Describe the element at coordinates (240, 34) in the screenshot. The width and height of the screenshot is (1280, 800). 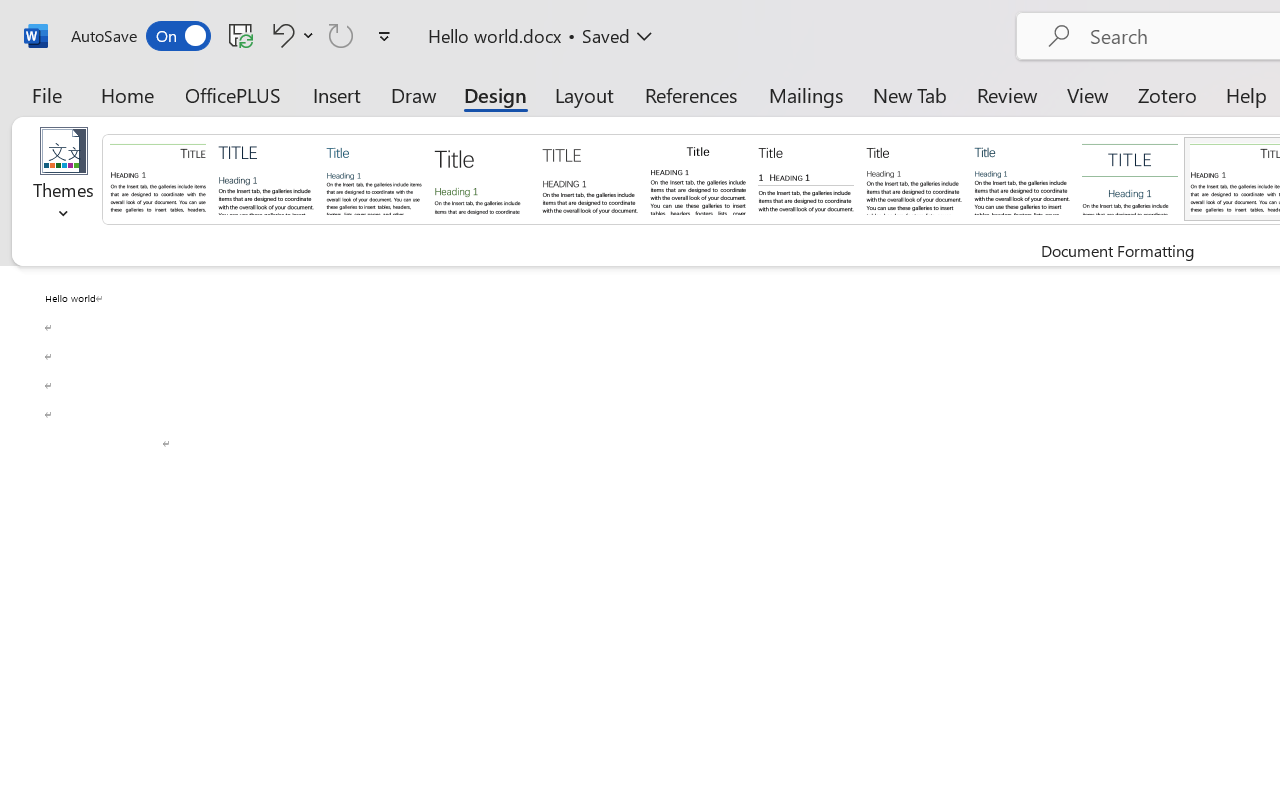
I see `'Save'` at that location.